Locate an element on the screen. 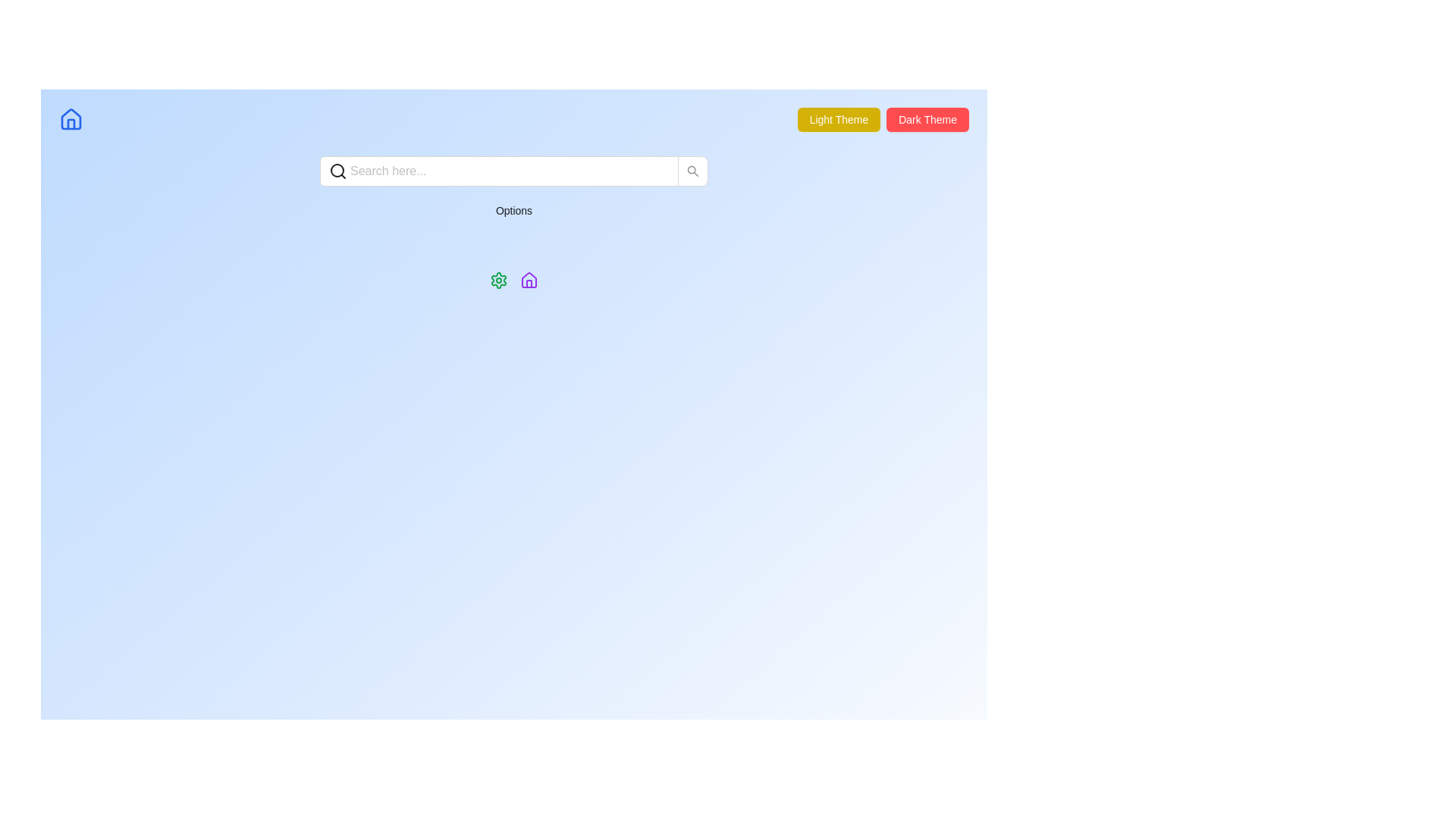 The image size is (1456, 819). the light theme button located at the top-right corner of the interface is located at coordinates (838, 119).